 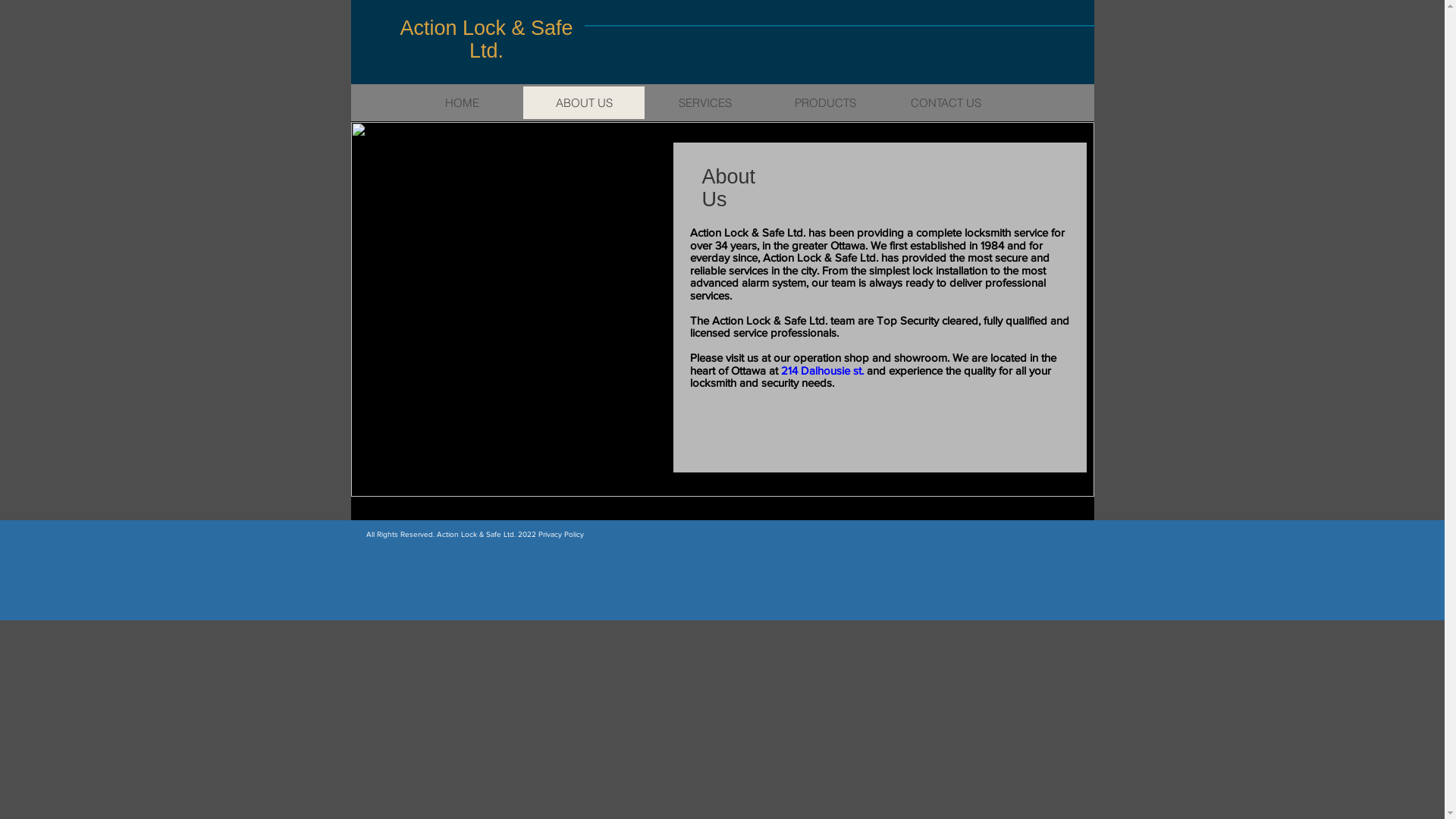 What do you see at coordinates (945, 102) in the screenshot?
I see `'CONTACT US'` at bounding box center [945, 102].